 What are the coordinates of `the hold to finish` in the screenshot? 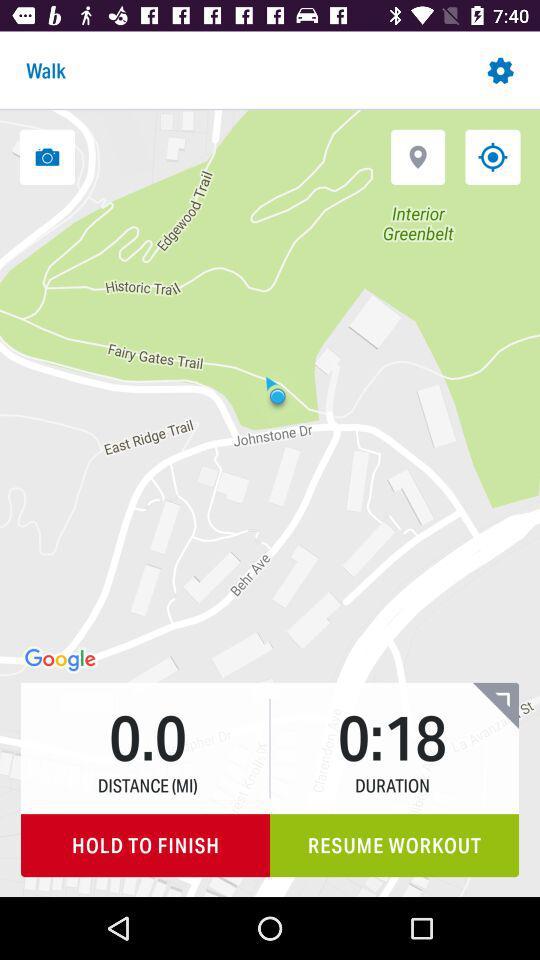 It's located at (144, 844).